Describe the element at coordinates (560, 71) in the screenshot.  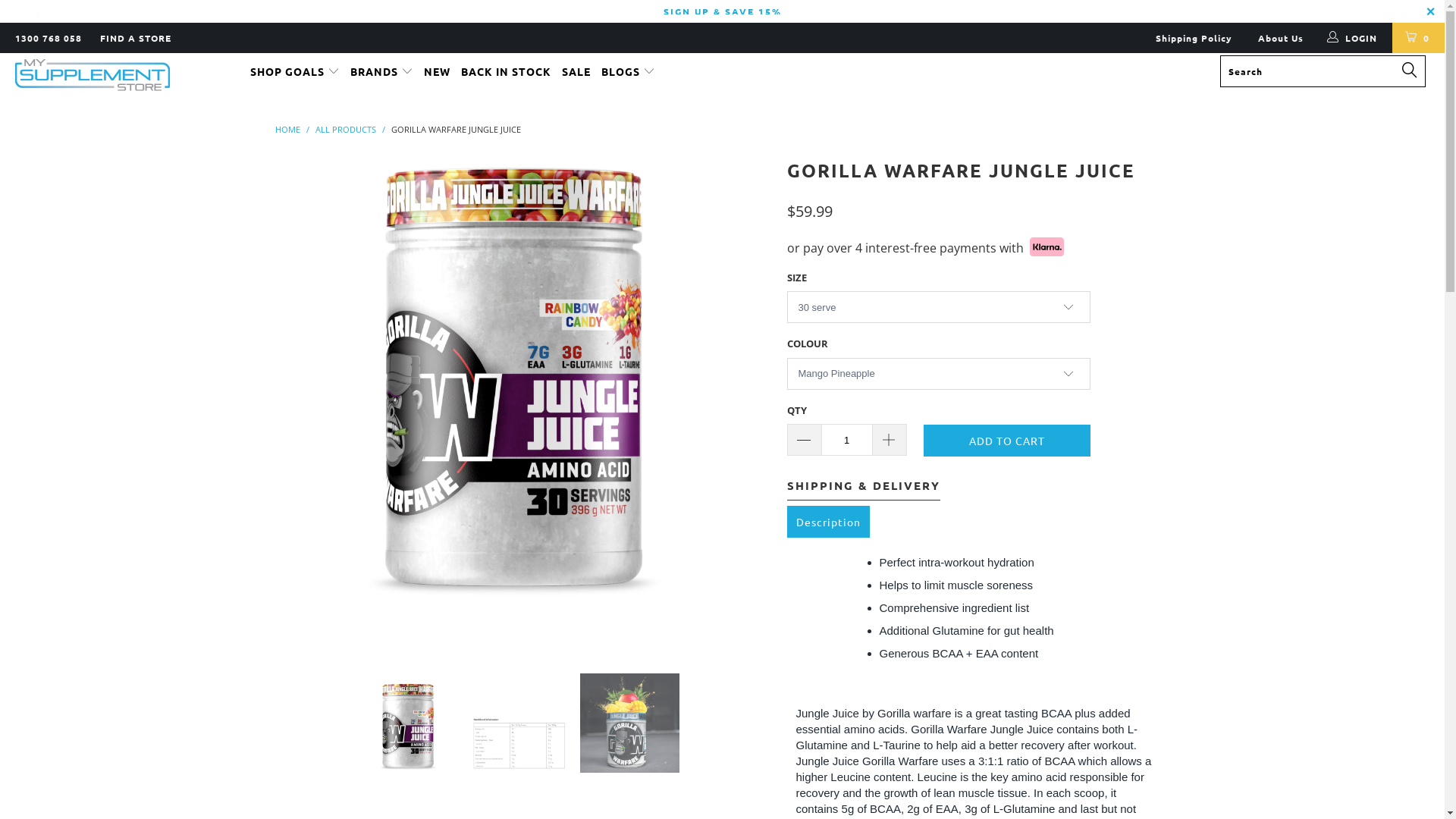
I see `'SALE'` at that location.